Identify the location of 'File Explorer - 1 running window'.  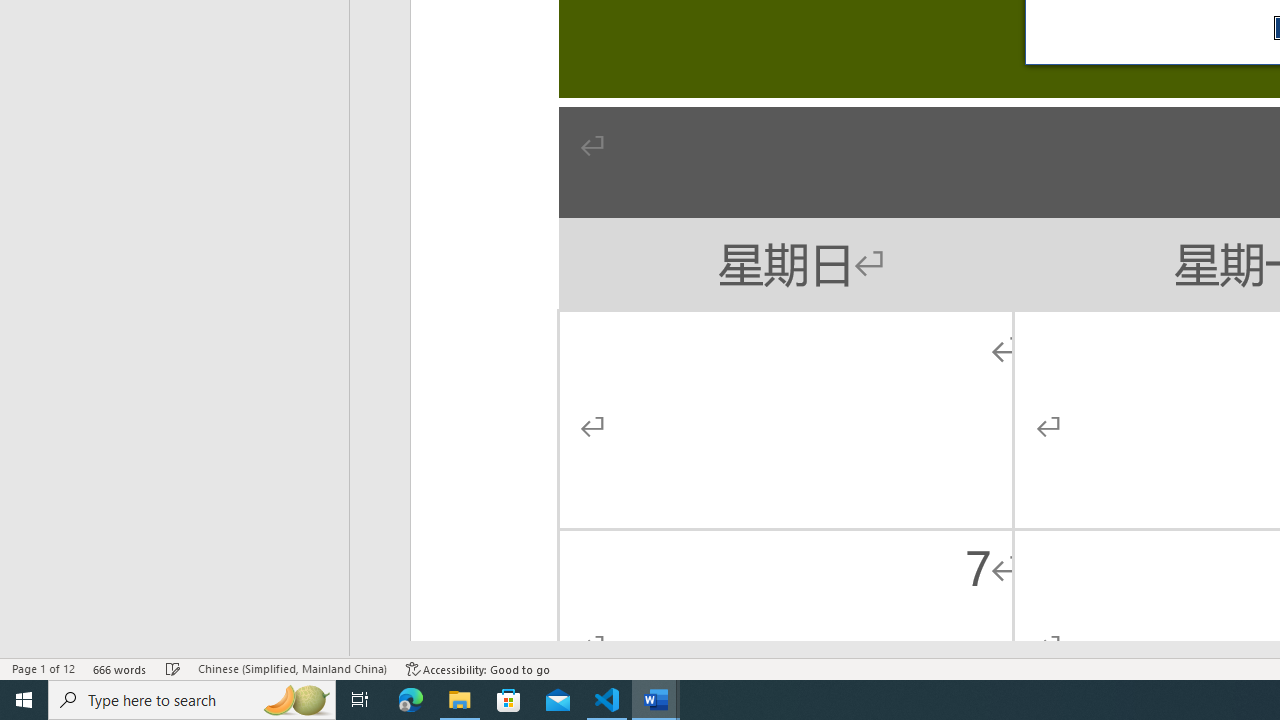
(459, 698).